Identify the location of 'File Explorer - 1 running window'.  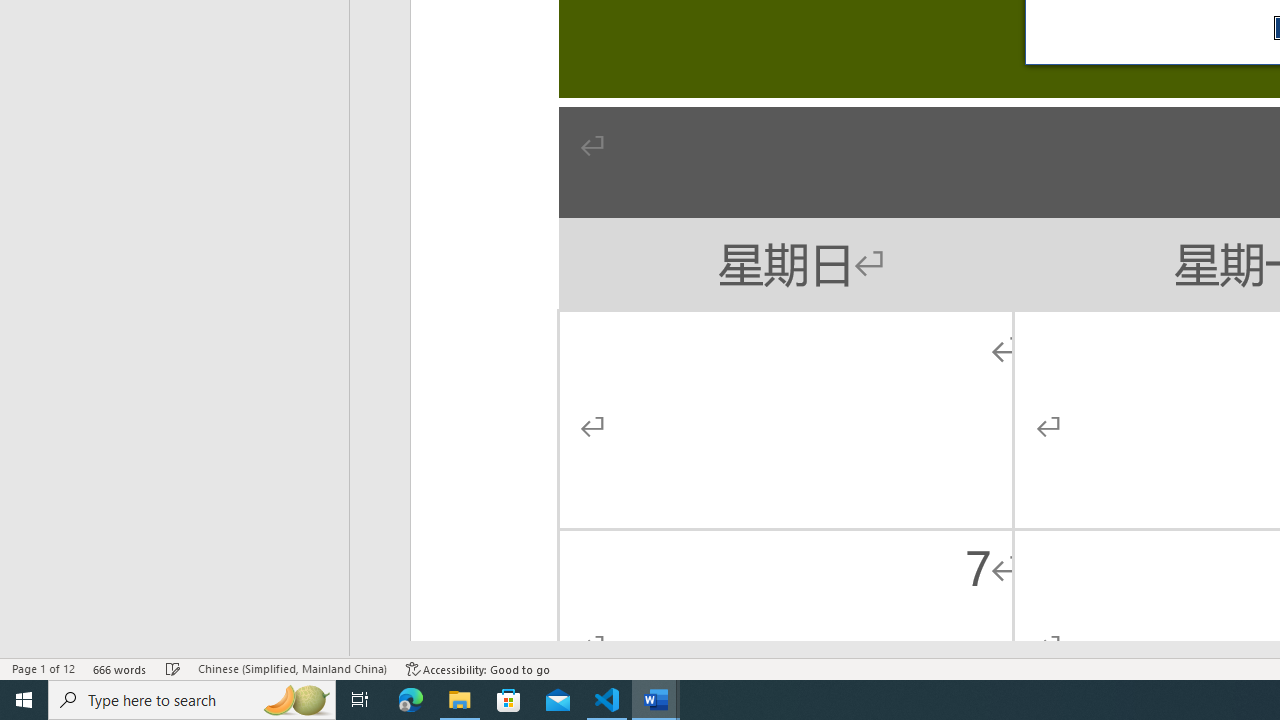
(459, 698).